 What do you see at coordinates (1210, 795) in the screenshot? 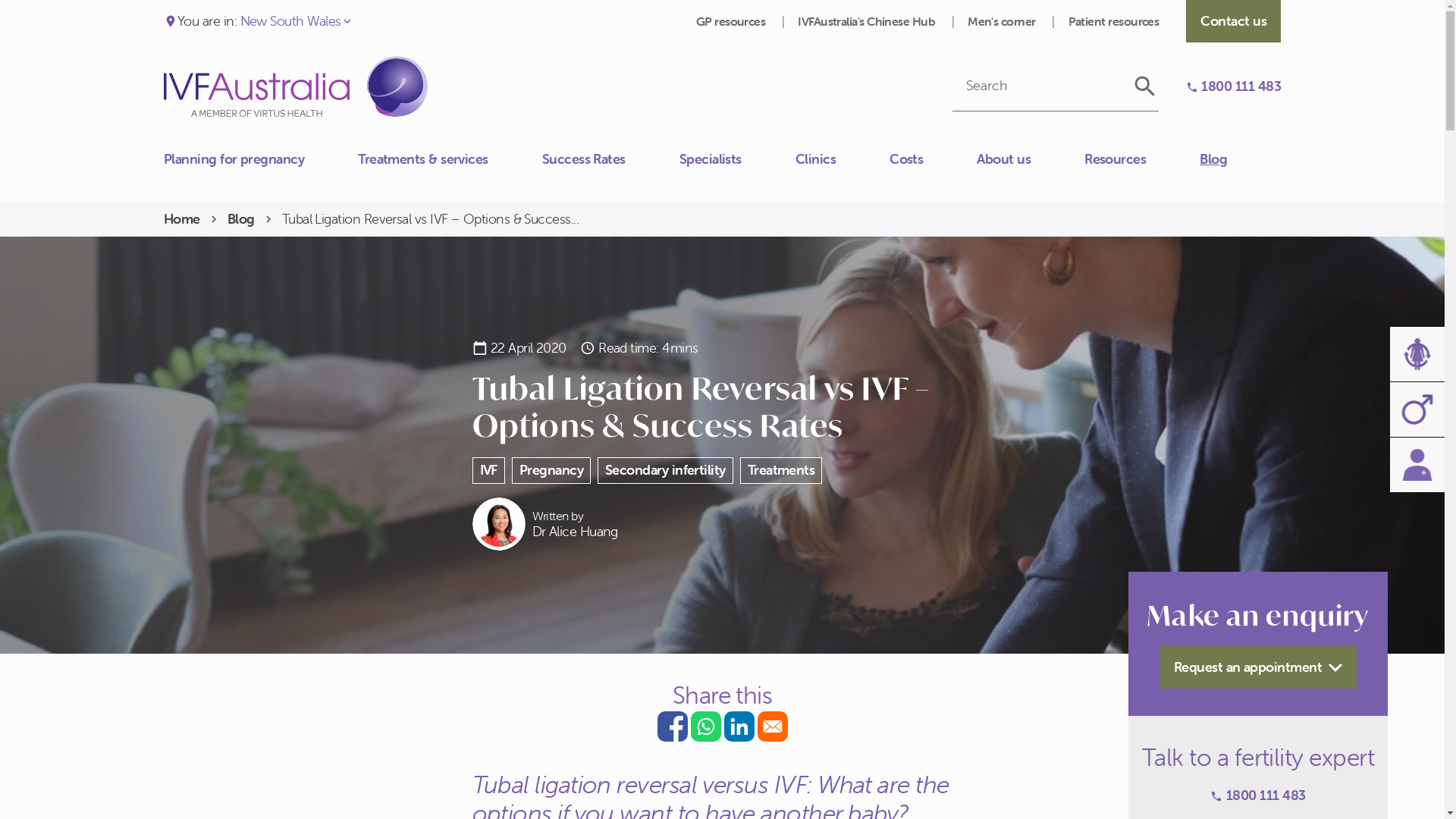
I see `'1800 111 483'` at bounding box center [1210, 795].